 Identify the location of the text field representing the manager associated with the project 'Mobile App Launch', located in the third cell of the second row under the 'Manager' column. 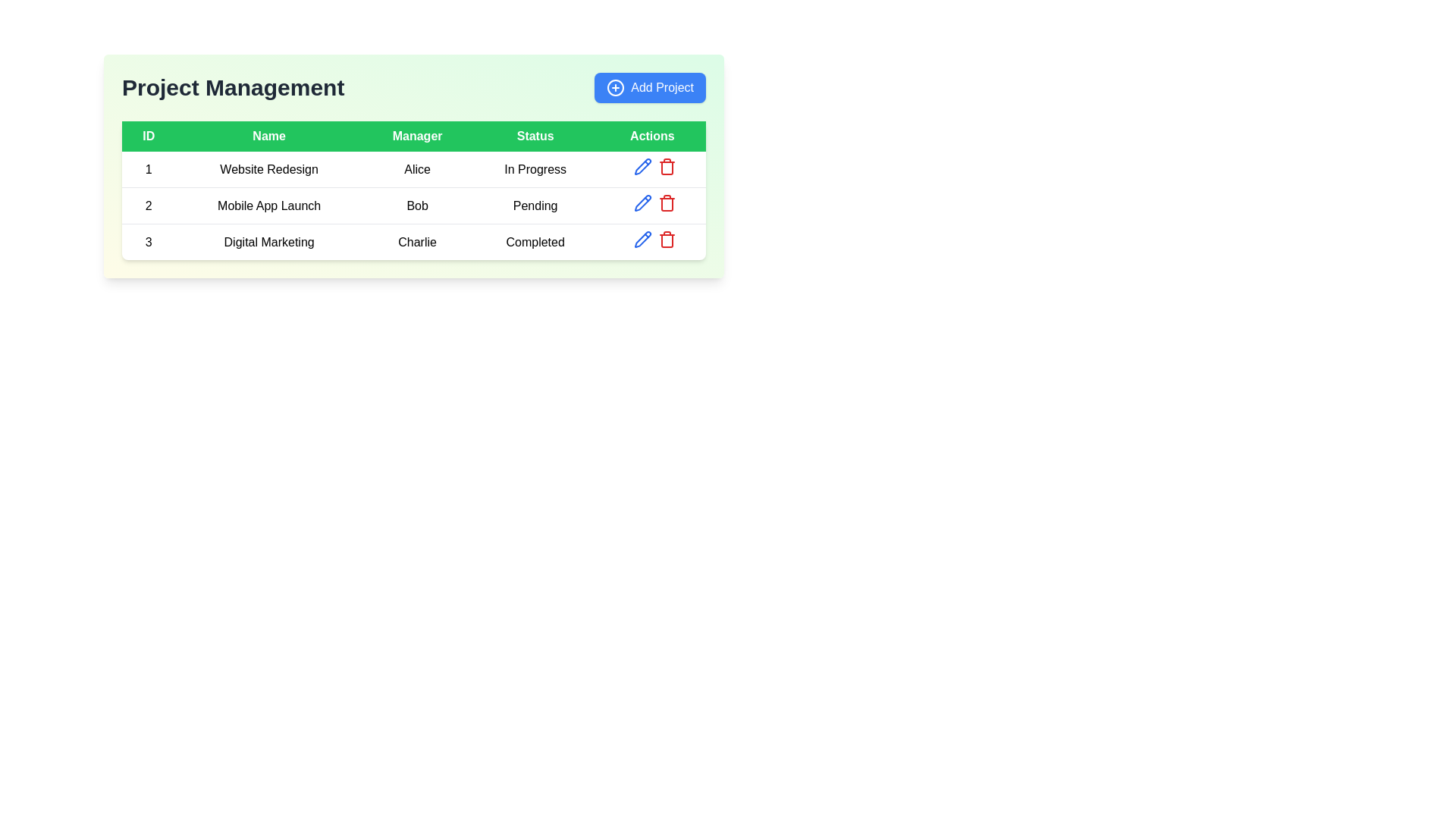
(414, 206).